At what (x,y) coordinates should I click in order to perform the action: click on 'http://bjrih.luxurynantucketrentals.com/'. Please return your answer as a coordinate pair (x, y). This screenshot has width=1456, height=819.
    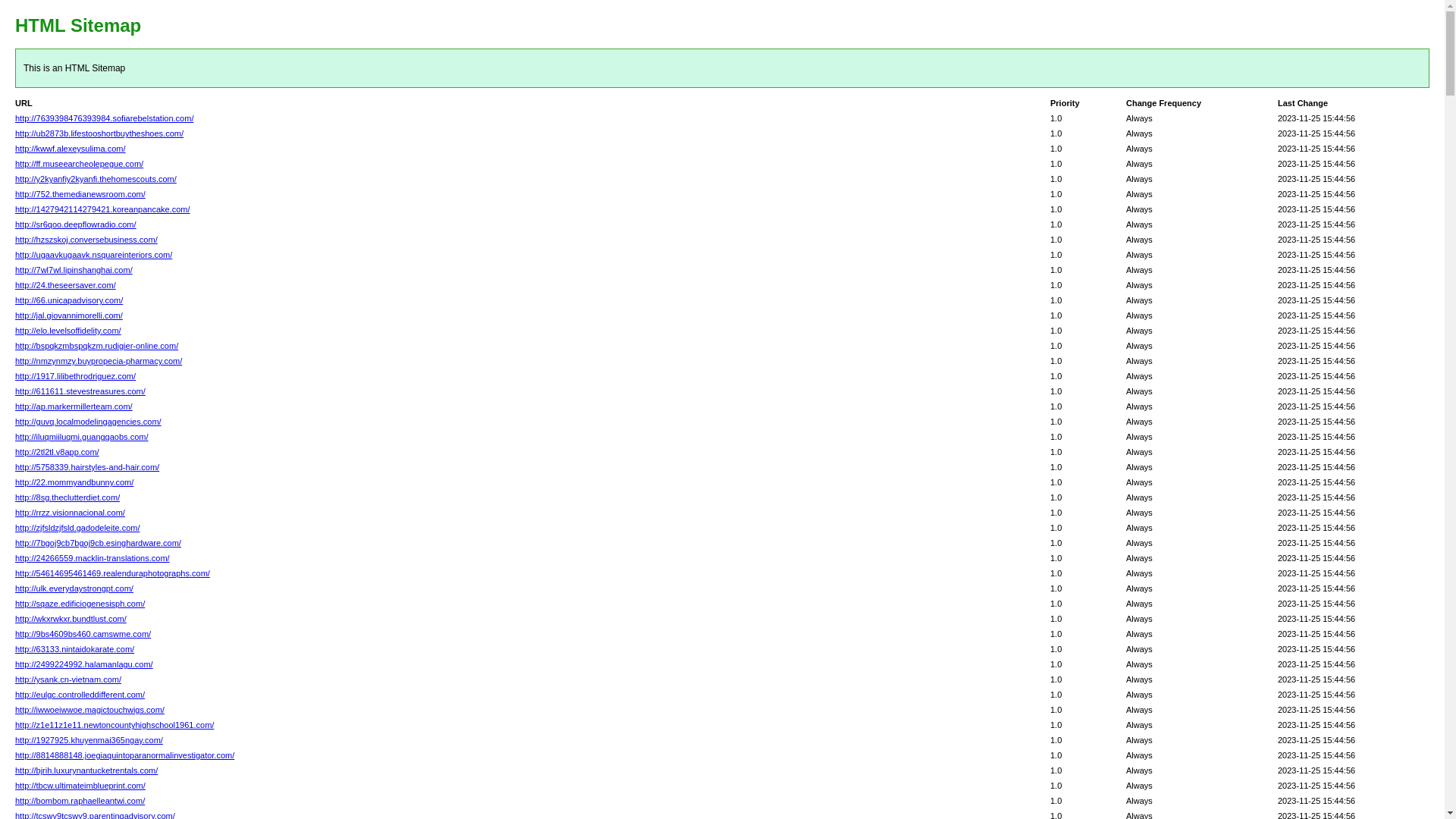
    Looking at the image, I should click on (86, 770).